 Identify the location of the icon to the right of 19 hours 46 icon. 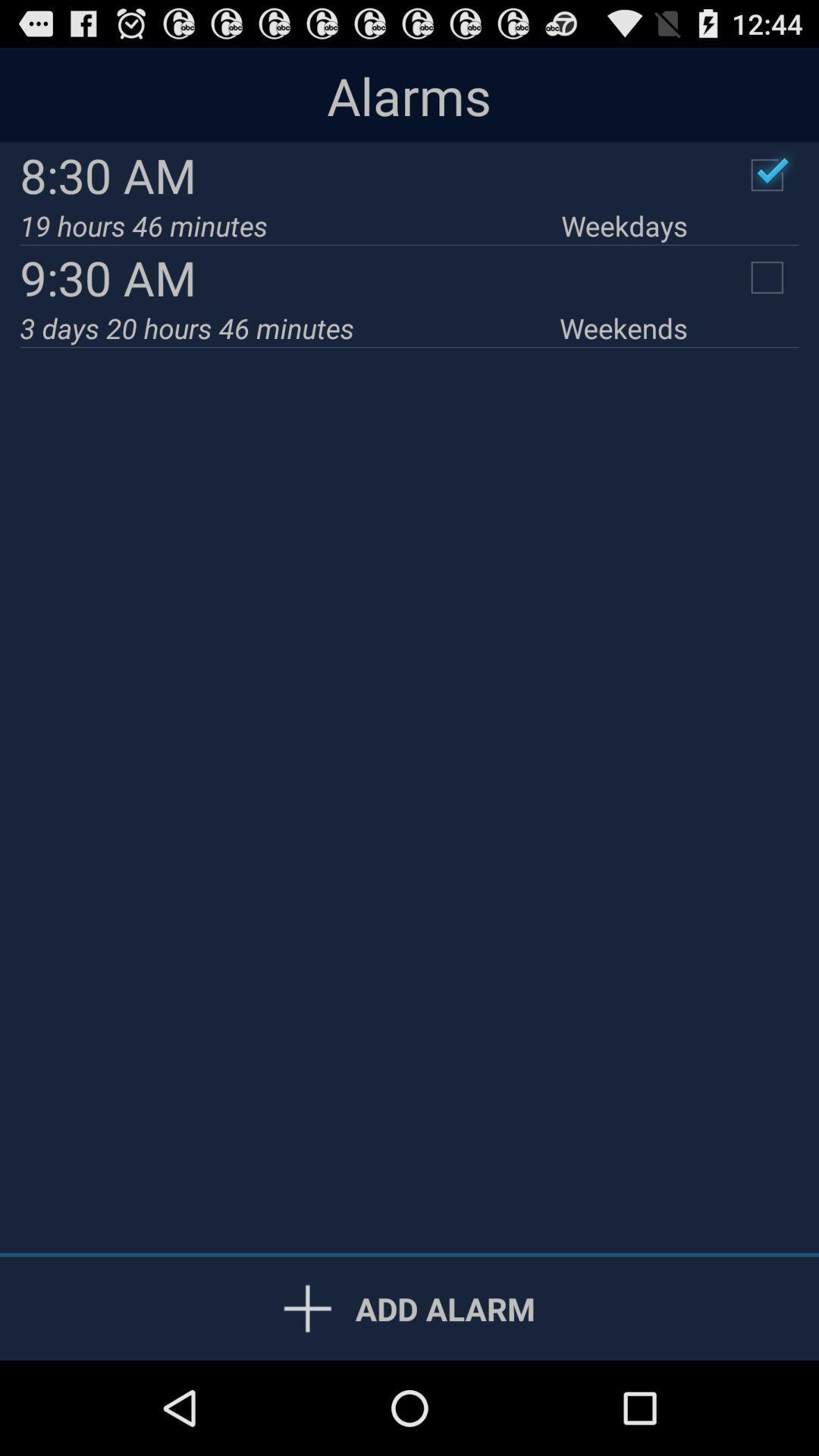
(624, 224).